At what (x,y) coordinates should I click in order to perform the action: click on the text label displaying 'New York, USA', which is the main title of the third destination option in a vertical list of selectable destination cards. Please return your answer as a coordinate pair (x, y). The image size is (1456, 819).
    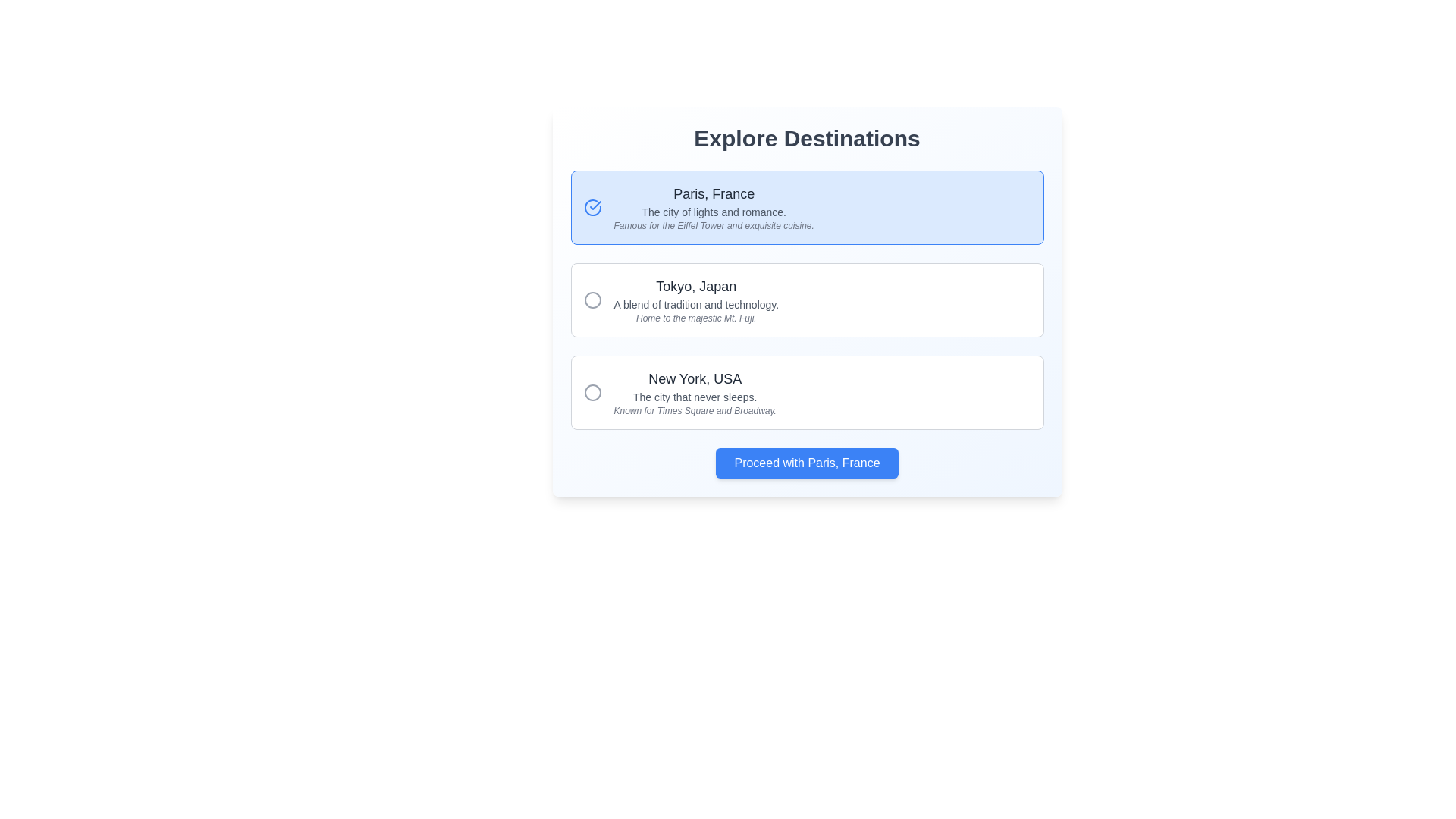
    Looking at the image, I should click on (694, 378).